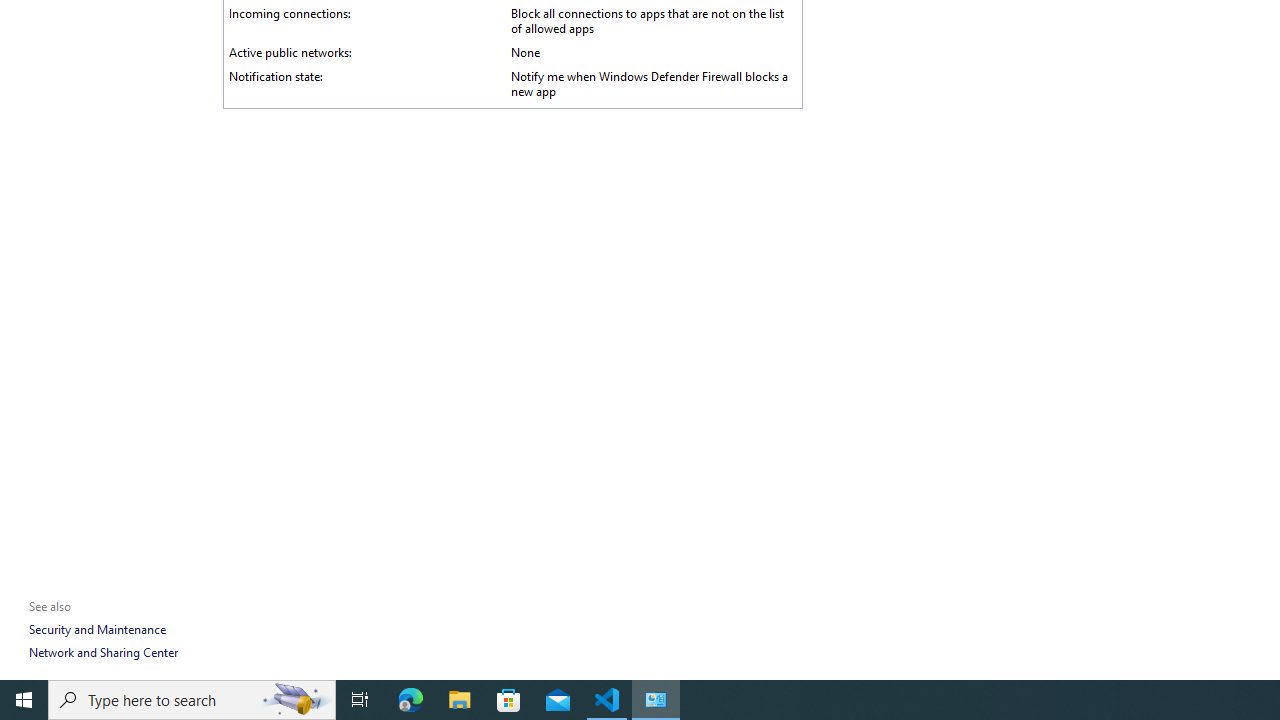 This screenshot has width=1280, height=720. I want to click on 'Microsoft Store', so click(509, 698).